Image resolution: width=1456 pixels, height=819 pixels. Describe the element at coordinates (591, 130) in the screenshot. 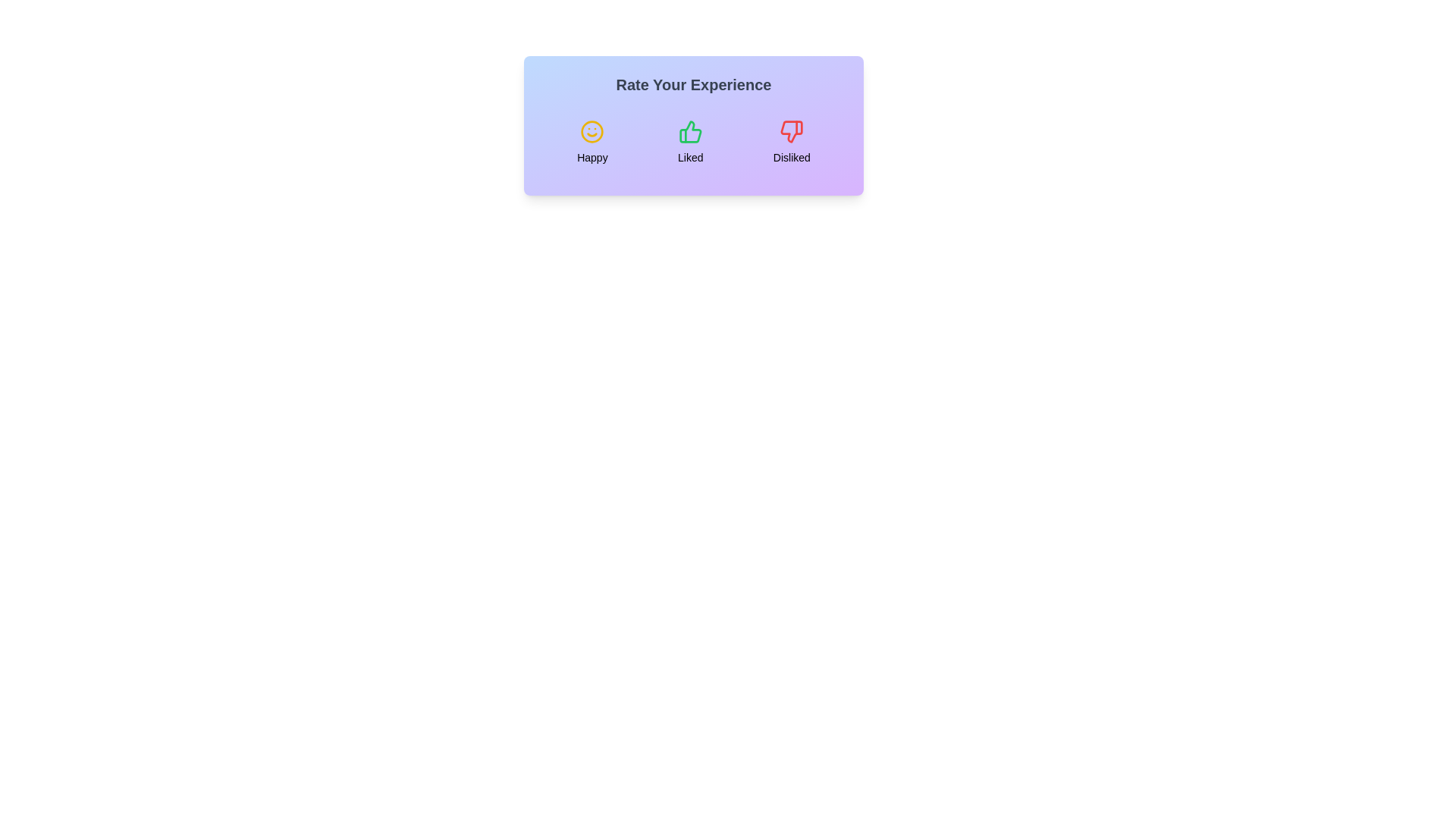

I see `the yellow circular decorative icon resembling a smiling face located in the leftmost column under the heading 'Rate Your Experience', positioned directly above the caption 'Happy'` at that location.